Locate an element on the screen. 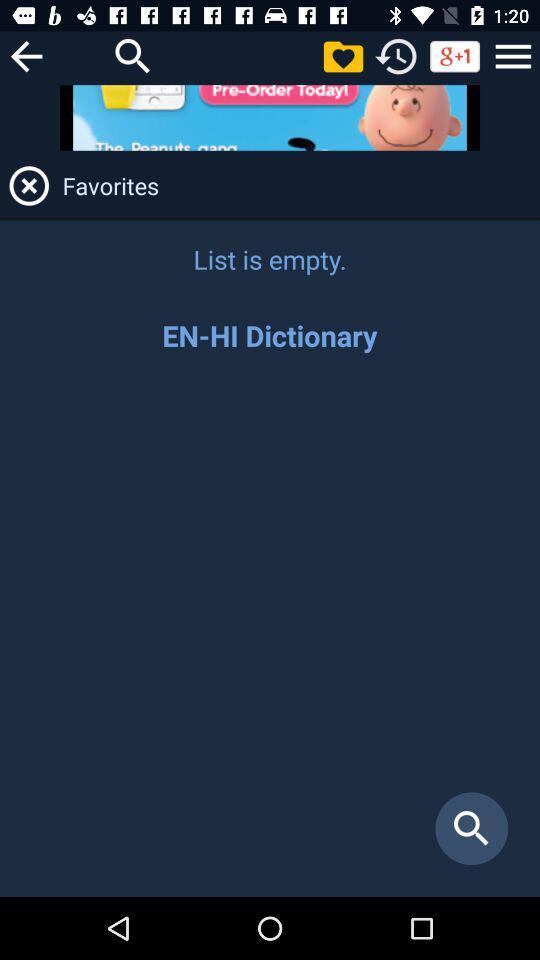 The height and width of the screenshot is (960, 540). closes the favorites list is located at coordinates (28, 185).